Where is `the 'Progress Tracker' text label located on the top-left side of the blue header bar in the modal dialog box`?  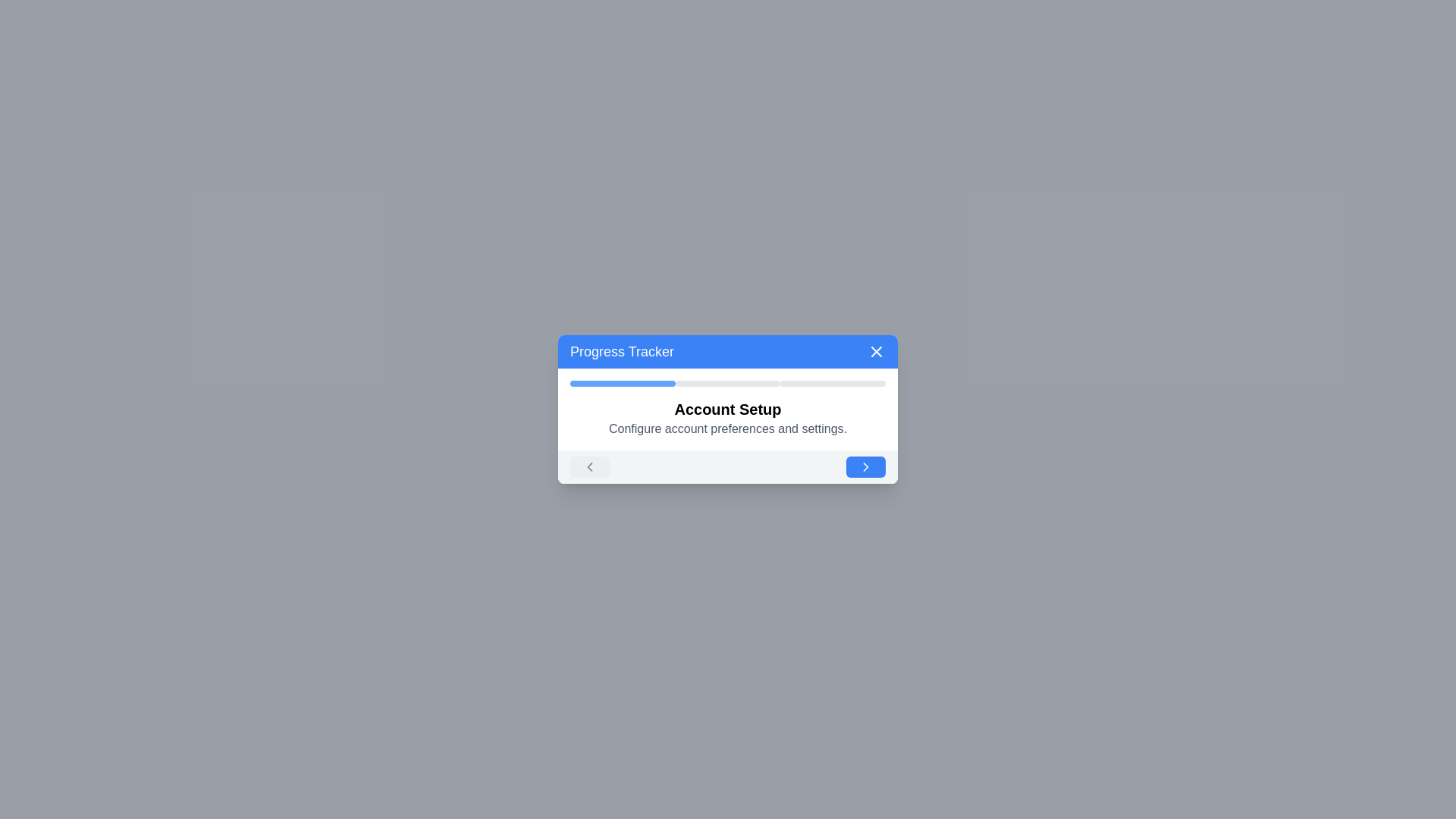 the 'Progress Tracker' text label located on the top-left side of the blue header bar in the modal dialog box is located at coordinates (622, 351).